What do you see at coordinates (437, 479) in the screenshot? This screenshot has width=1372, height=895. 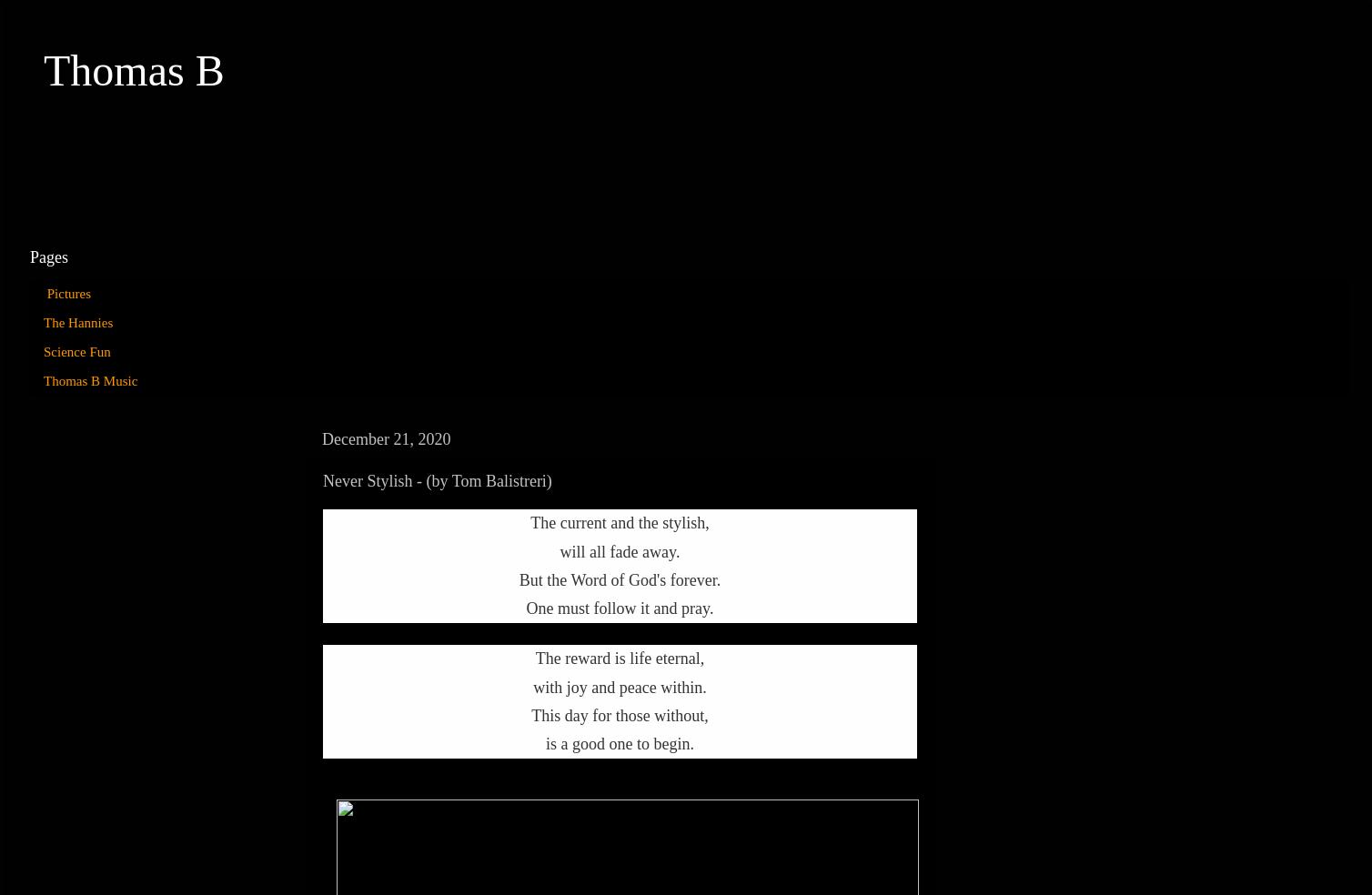 I see `'Never Stylish - (by Tom Balistreri)'` at bounding box center [437, 479].